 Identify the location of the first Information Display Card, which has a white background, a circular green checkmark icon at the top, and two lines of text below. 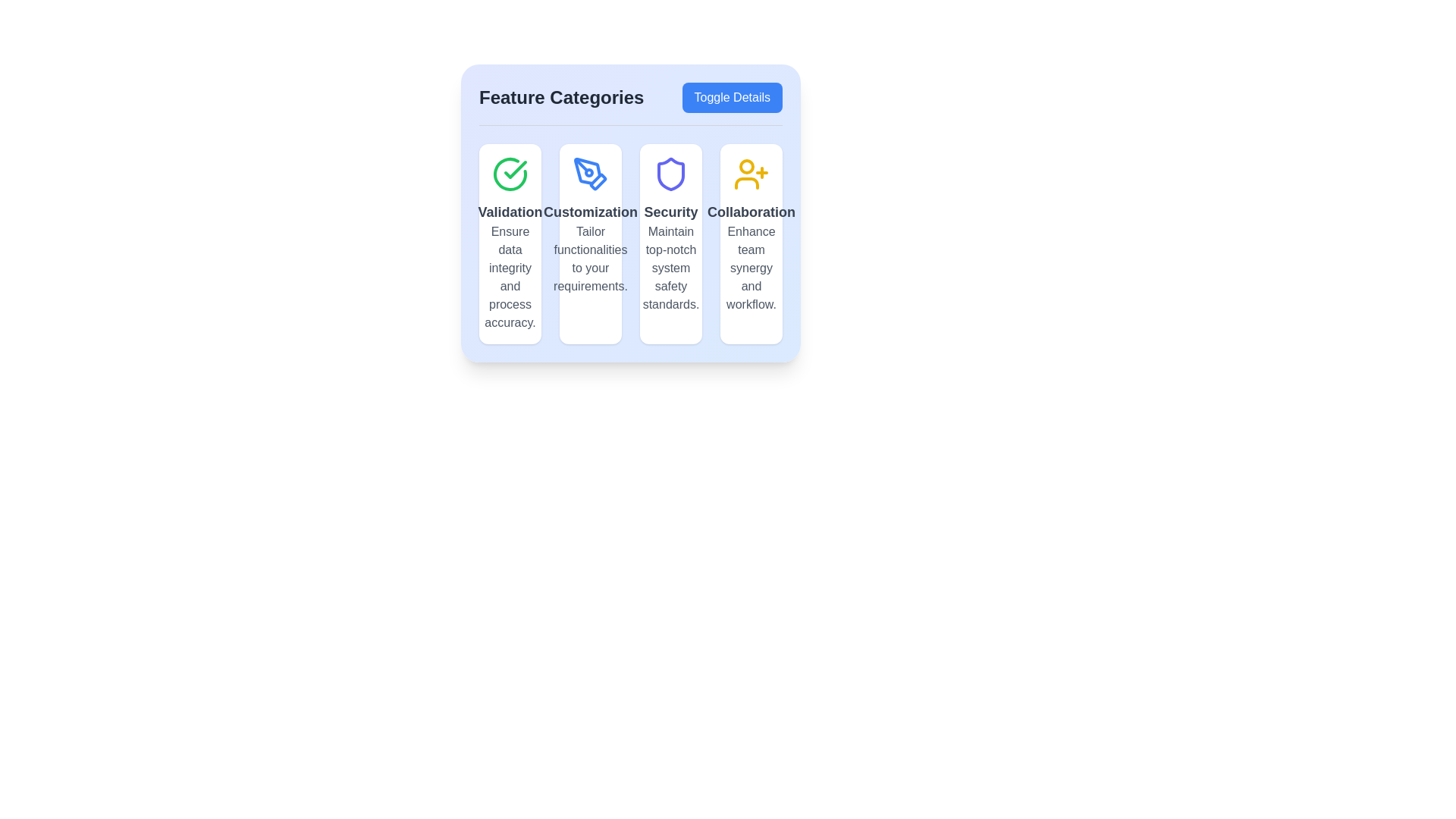
(510, 243).